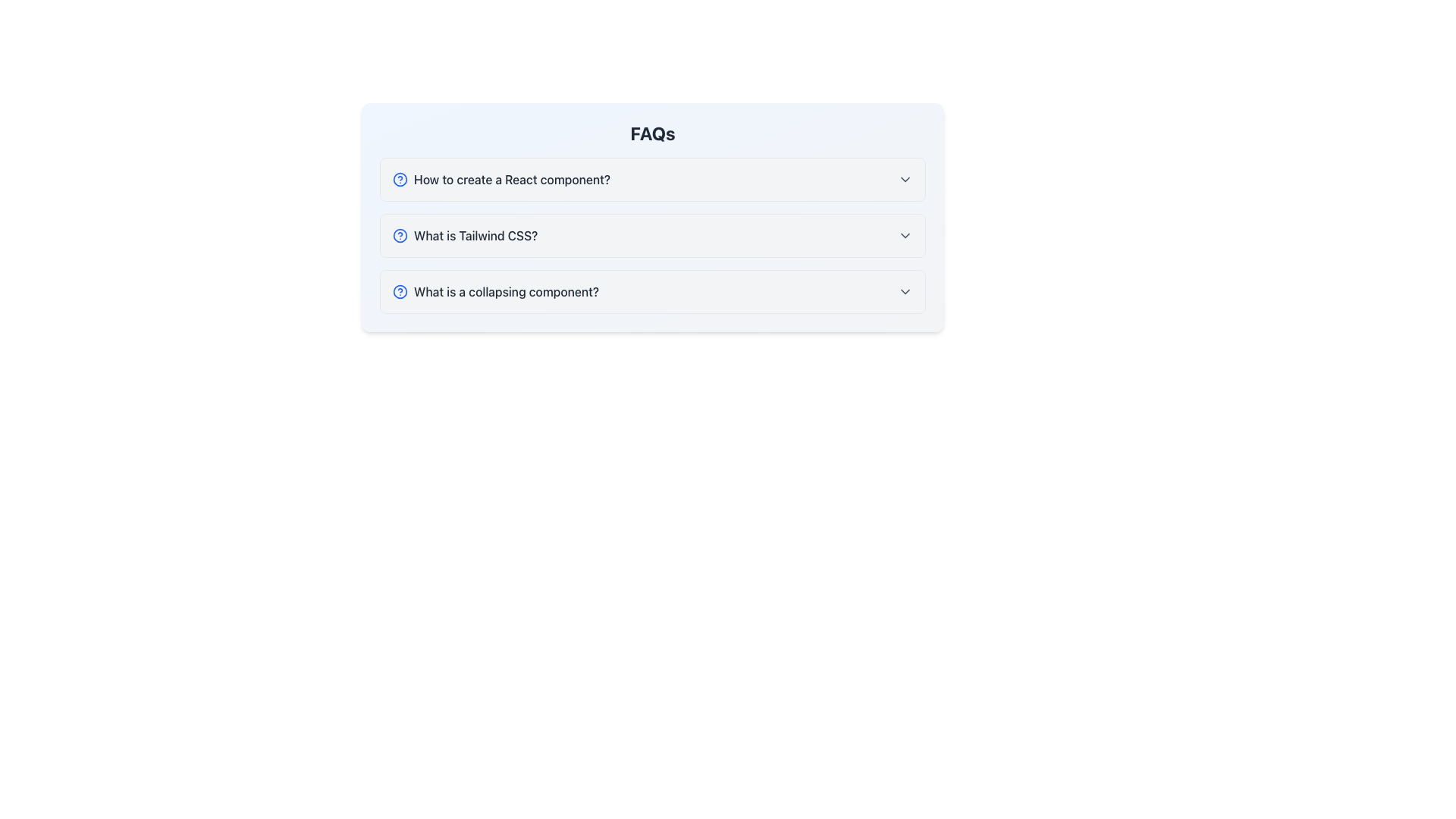 This screenshot has width=1456, height=819. Describe the element at coordinates (905, 236) in the screenshot. I see `the downward chevron icon in the rightmost portion of the row labeled 'What is Tailwind CSS?'` at that location.